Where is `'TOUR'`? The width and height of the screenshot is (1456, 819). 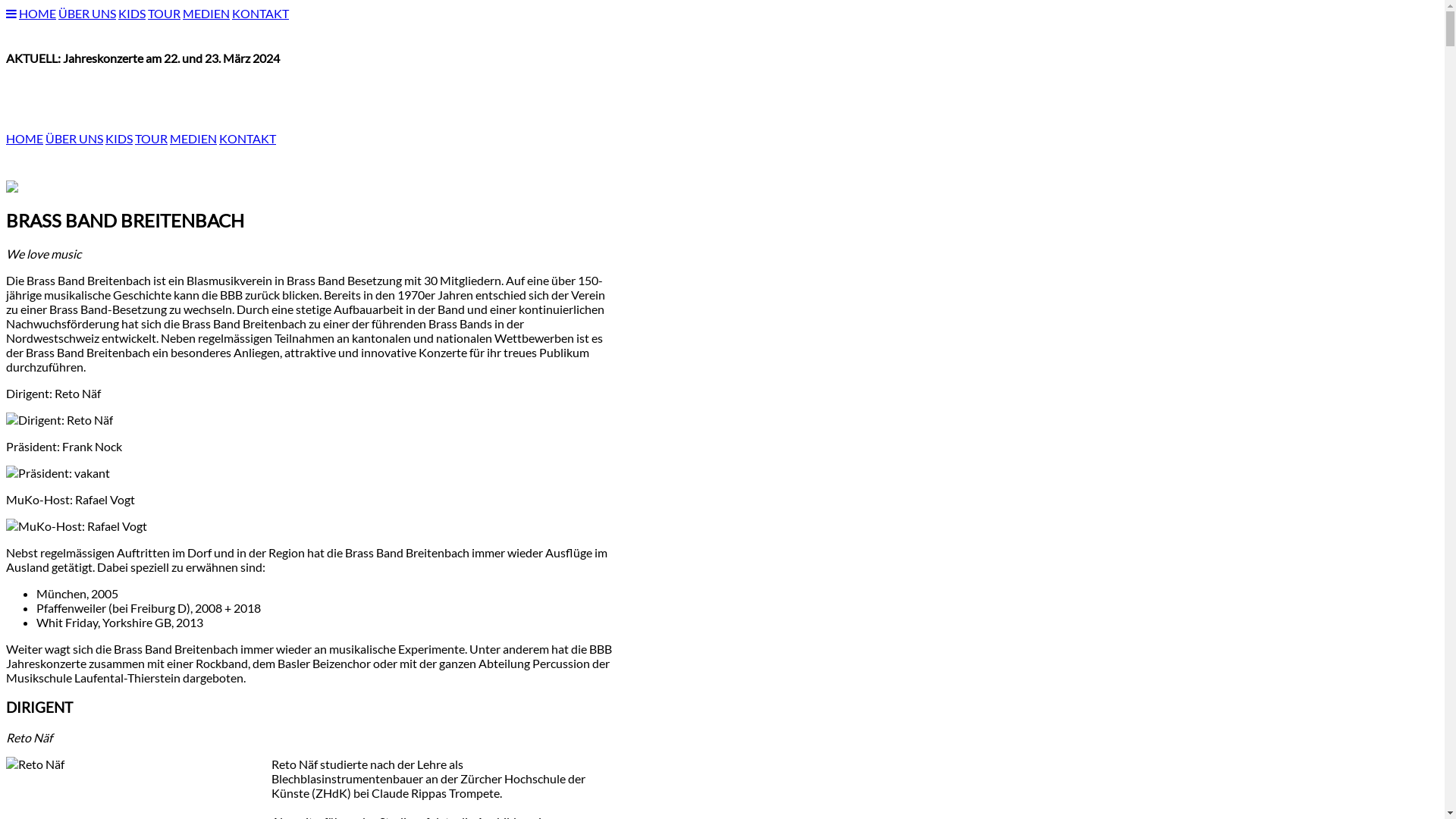
'TOUR' is located at coordinates (164, 13).